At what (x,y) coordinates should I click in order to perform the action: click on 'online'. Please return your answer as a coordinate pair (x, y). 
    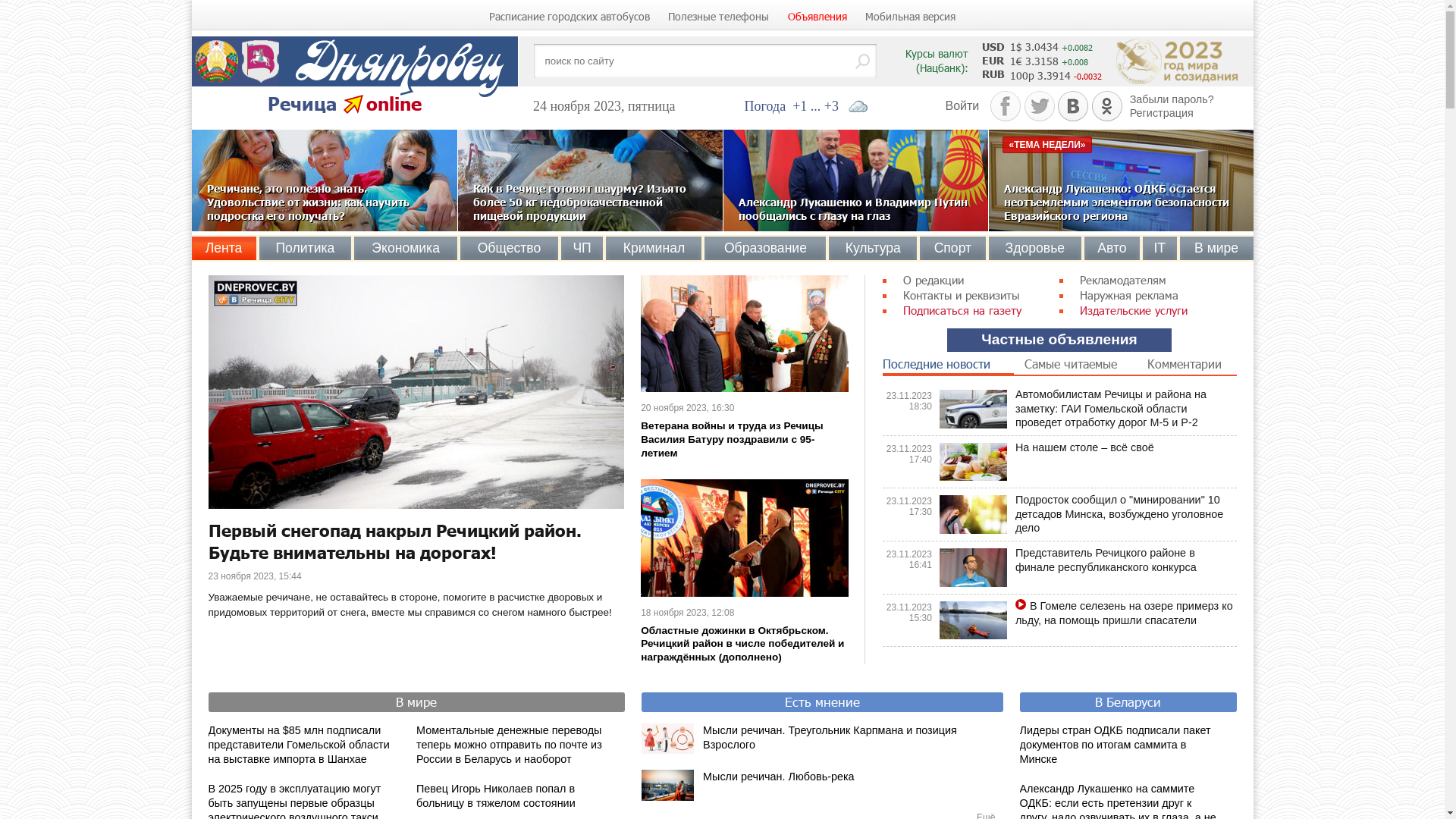
    Looking at the image, I should click on (393, 102).